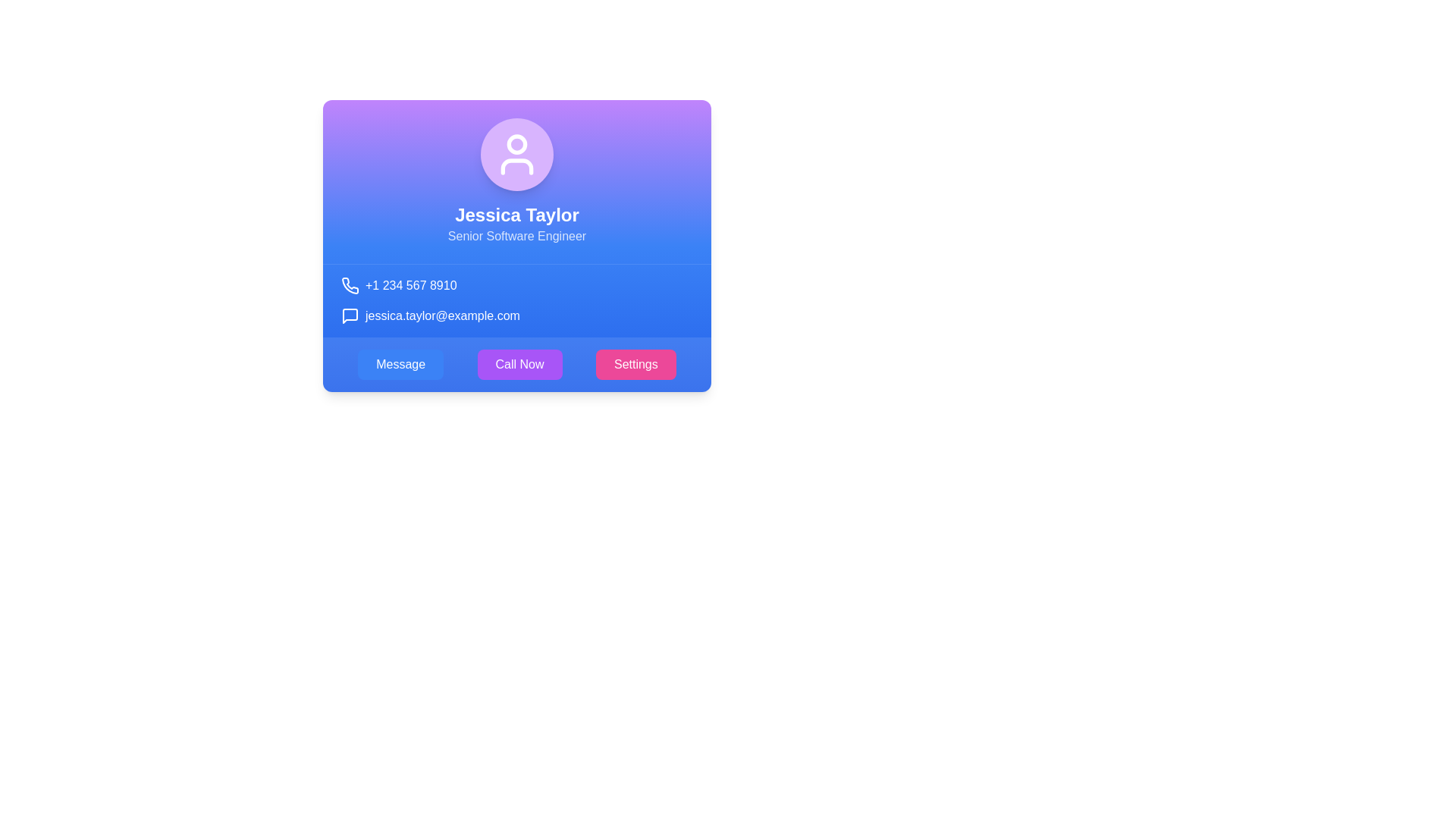  Describe the element at coordinates (516, 155) in the screenshot. I see `the circular icon with a pastel purple background and a white user profile symbol, located above the text 'Jessica Taylor' and 'Senior Software Engineer' in the card layout` at that location.